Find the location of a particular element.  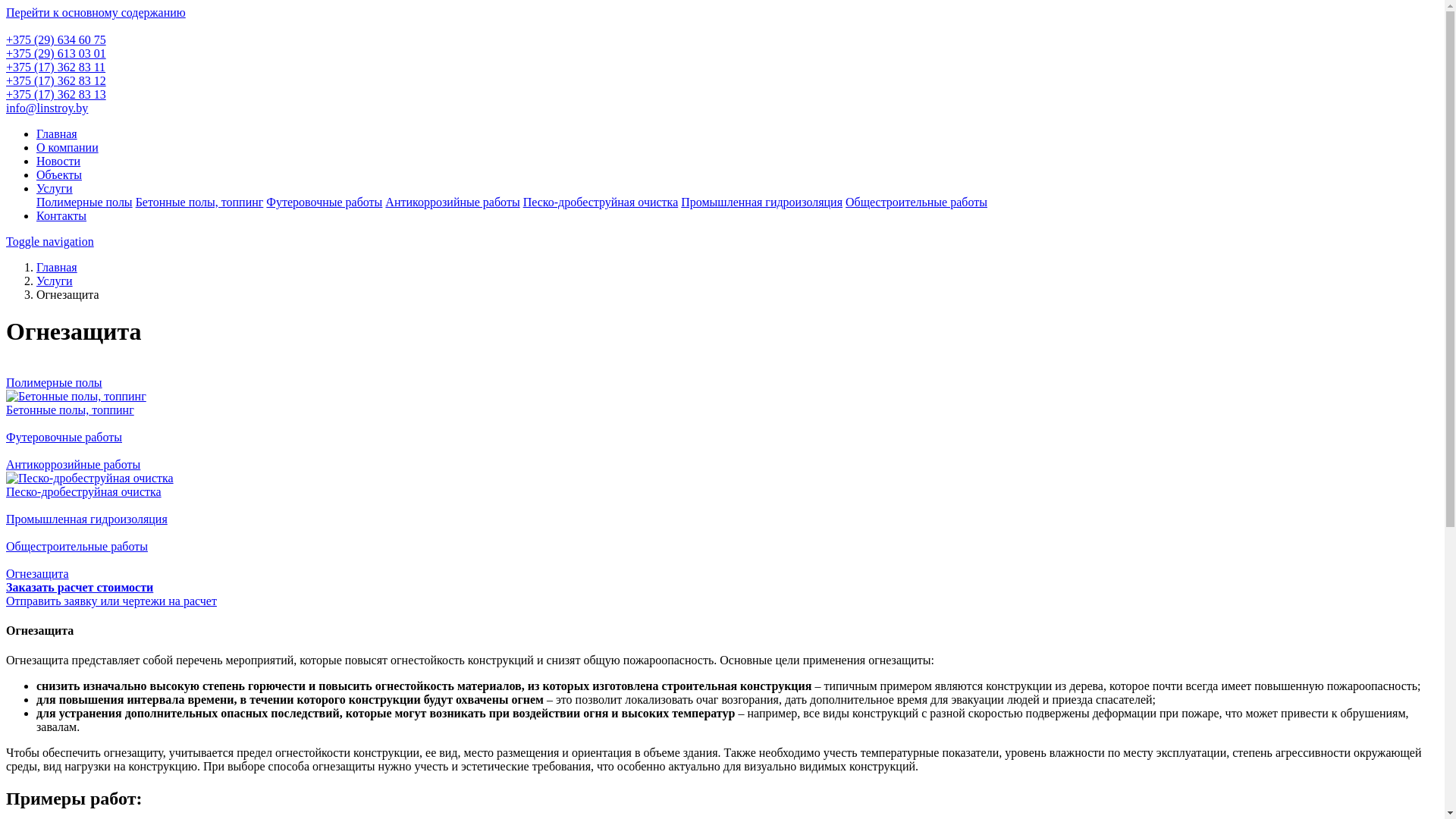

'+375 (29) 613 03 01' is located at coordinates (55, 52).